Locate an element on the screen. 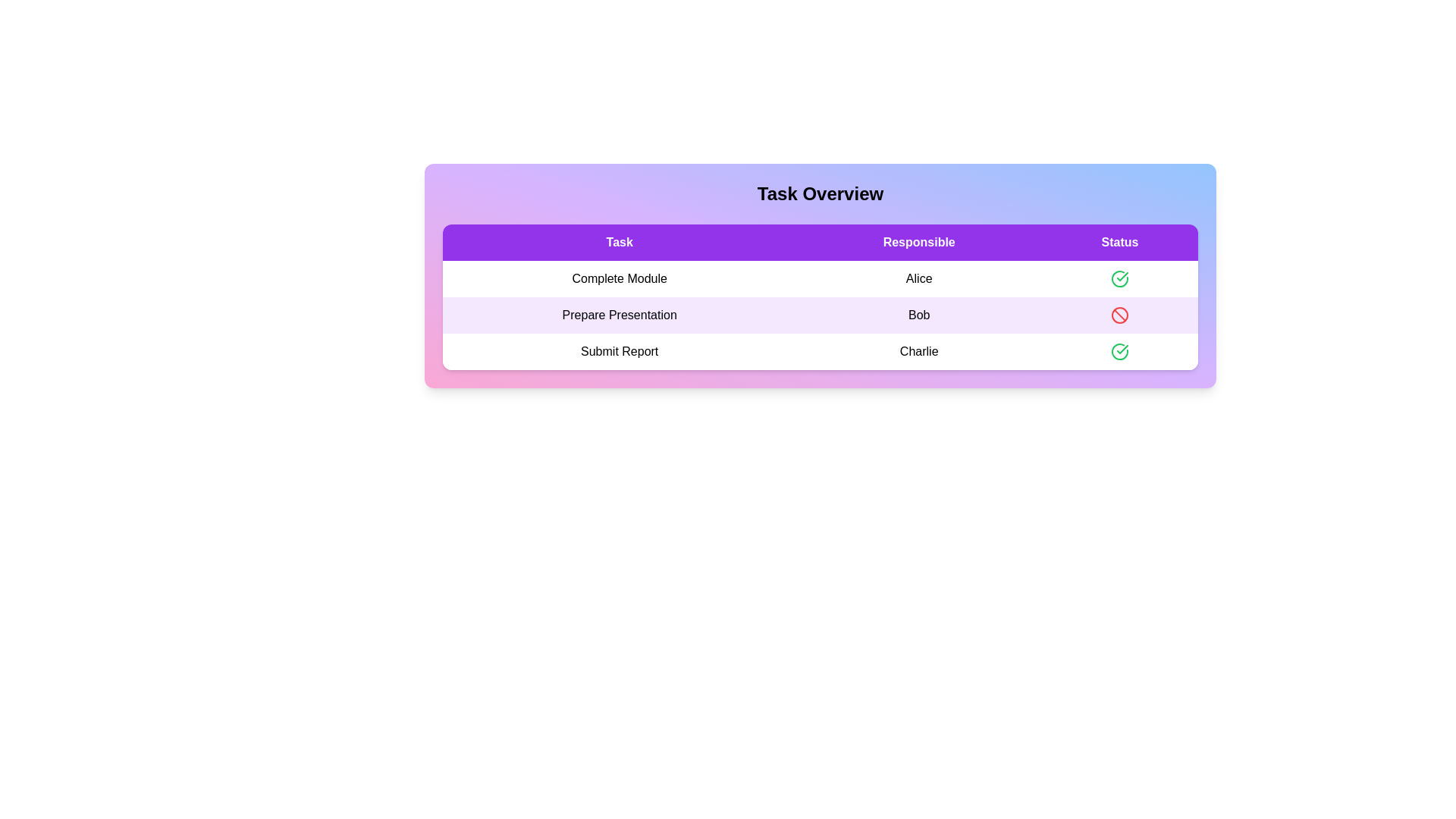 This screenshot has width=1456, height=819. the completion status icon for the 'Complete Module' task located is located at coordinates (1120, 278).